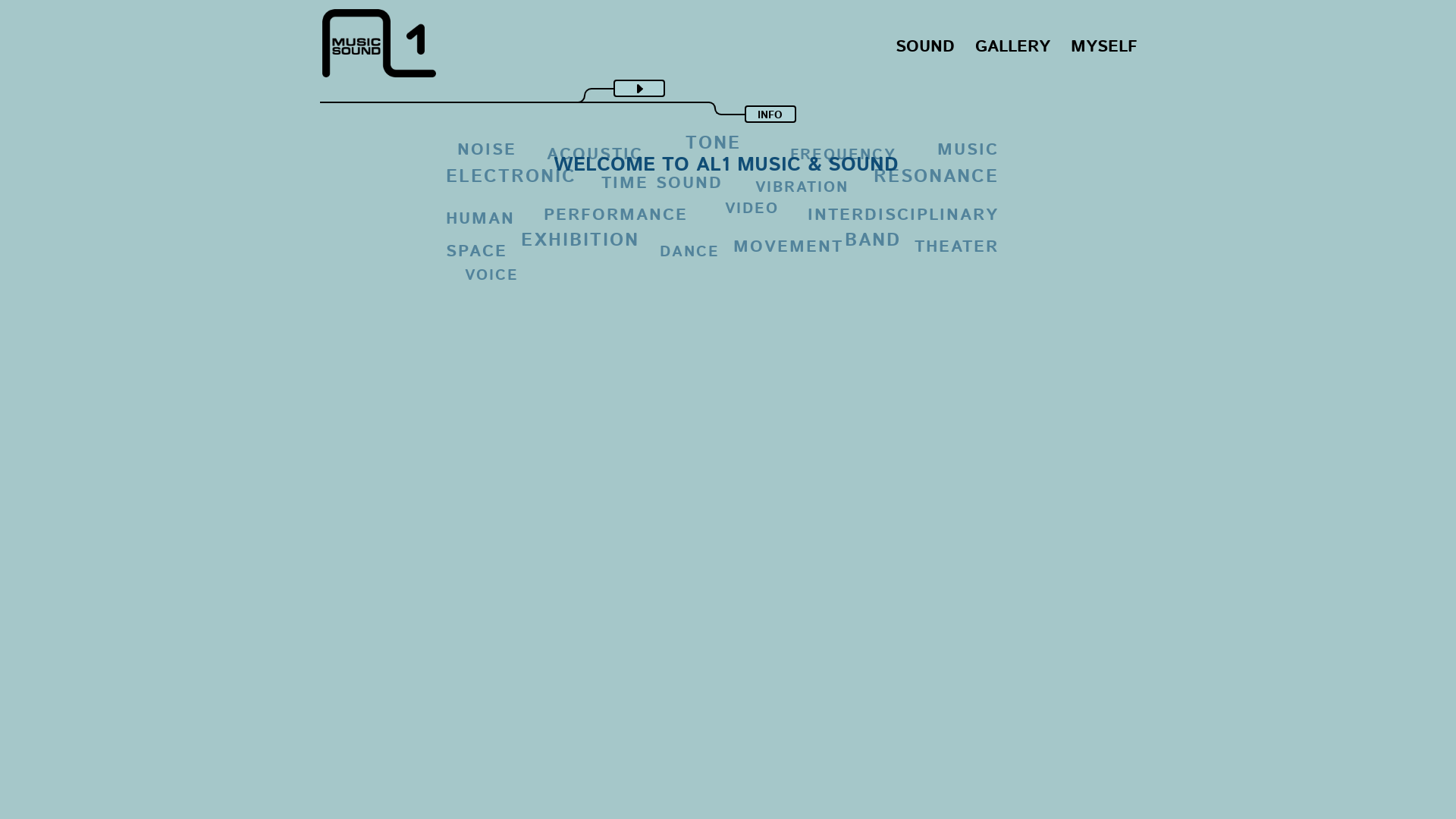 Image resolution: width=1456 pixels, height=819 pixels. Describe the element at coordinates (924, 45) in the screenshot. I see `'SOUND'` at that location.